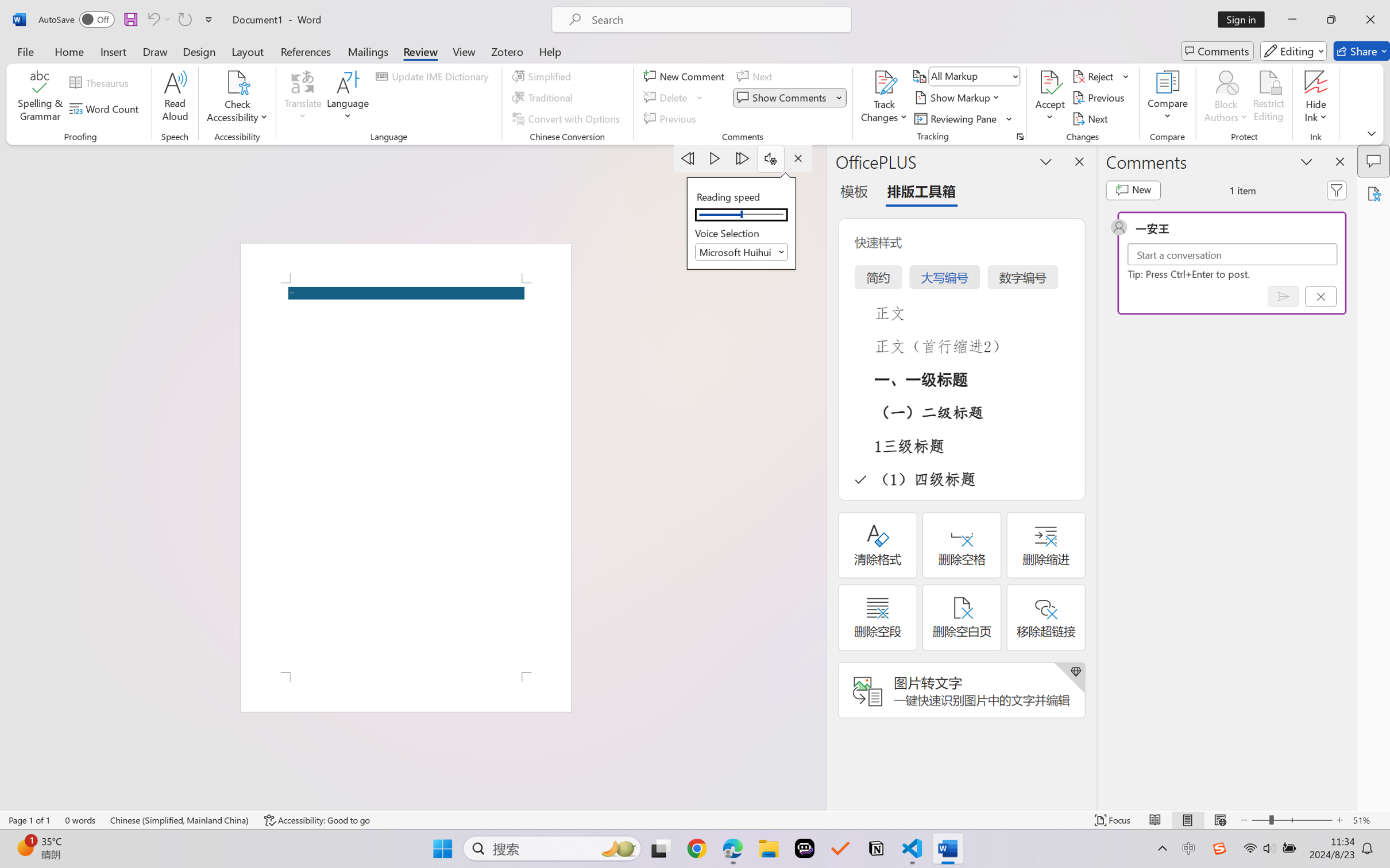  Describe the element at coordinates (180, 820) in the screenshot. I see `'Language Chinese (Simplified, Mainland China)'` at that location.